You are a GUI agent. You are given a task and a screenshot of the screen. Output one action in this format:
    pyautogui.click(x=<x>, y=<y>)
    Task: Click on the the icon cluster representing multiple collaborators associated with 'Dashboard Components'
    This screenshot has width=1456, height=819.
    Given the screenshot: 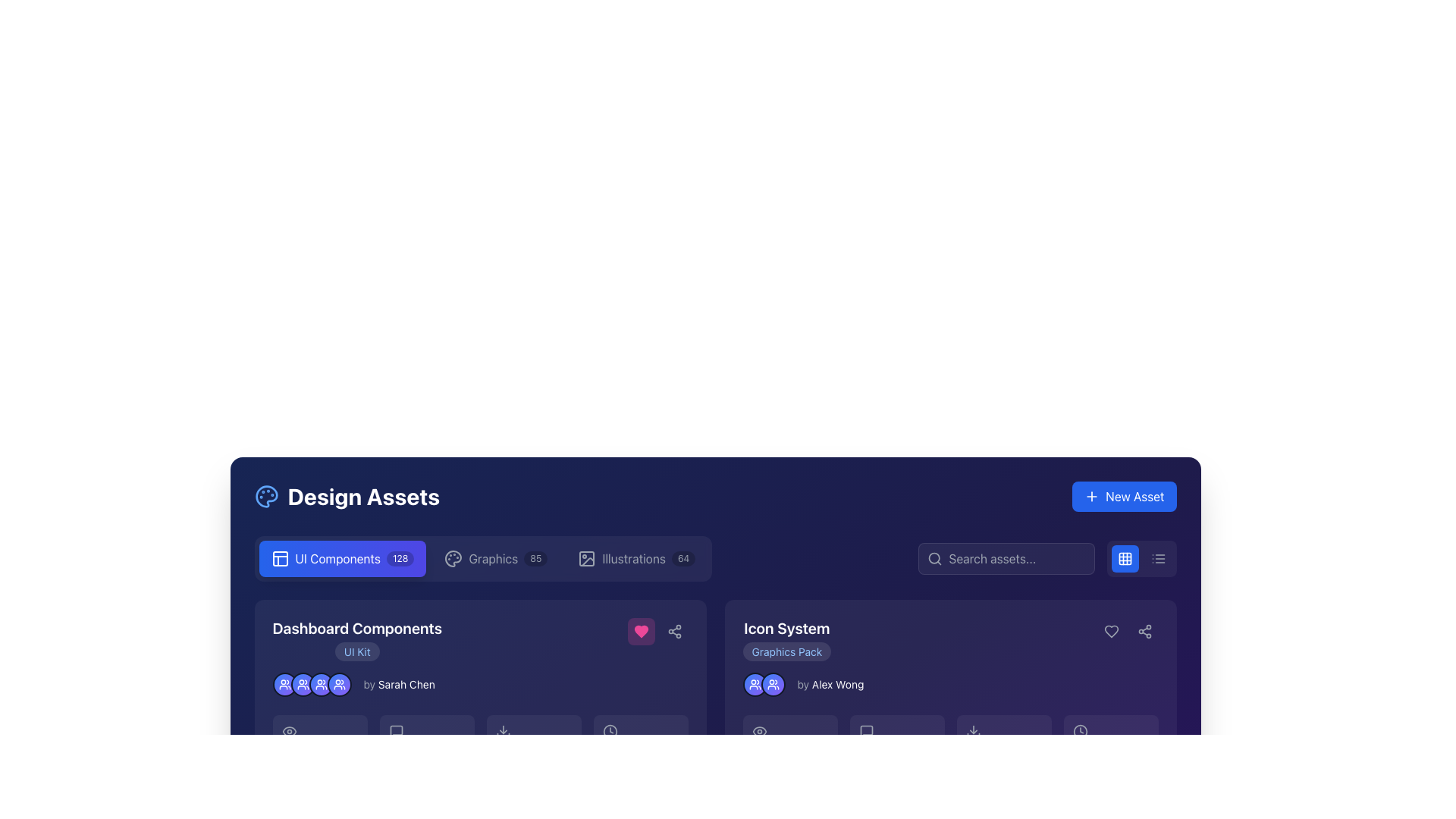 What is the action you would take?
    pyautogui.click(x=311, y=684)
    